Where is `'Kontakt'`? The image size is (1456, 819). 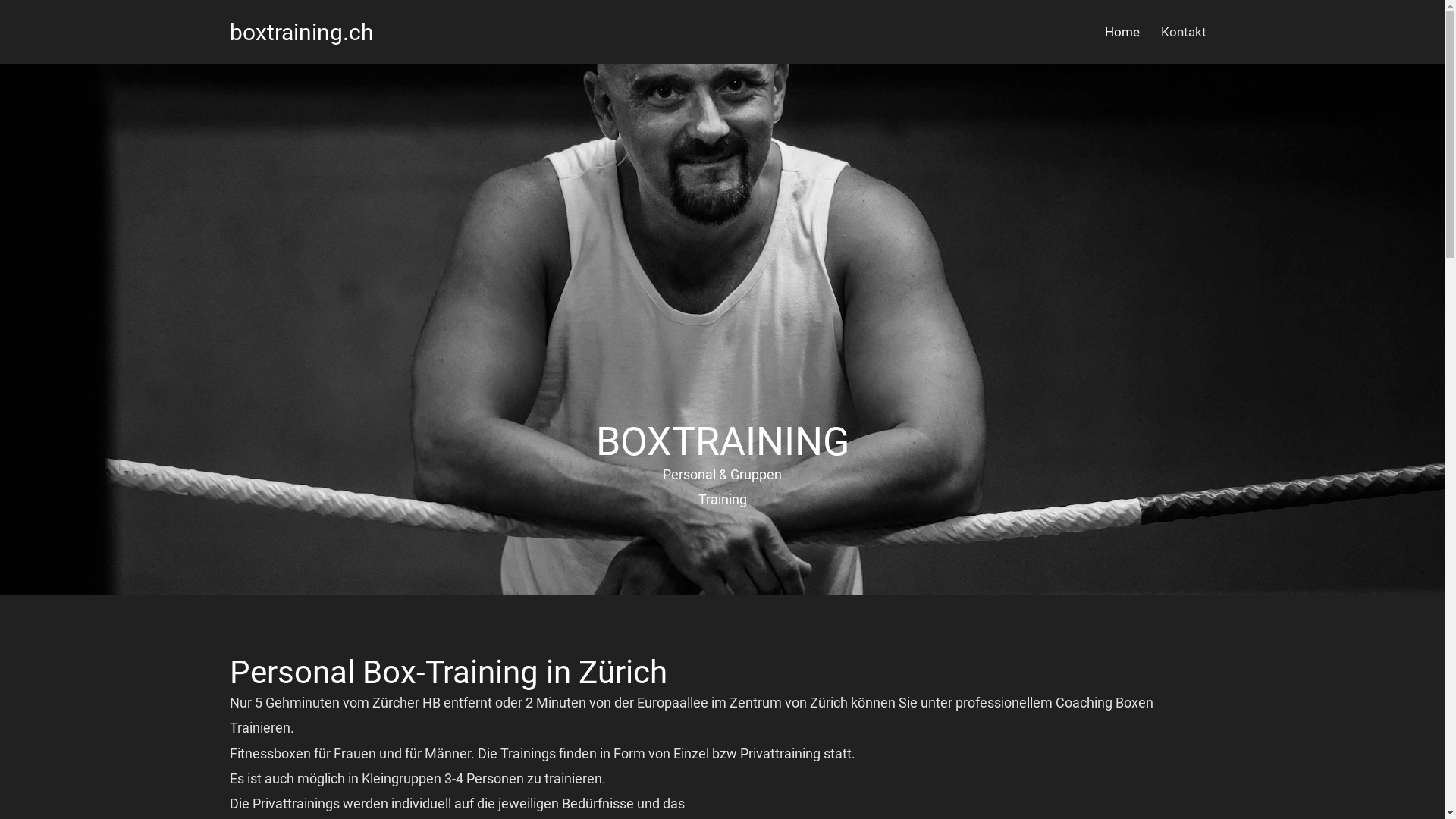 'Kontakt' is located at coordinates (1182, 32).